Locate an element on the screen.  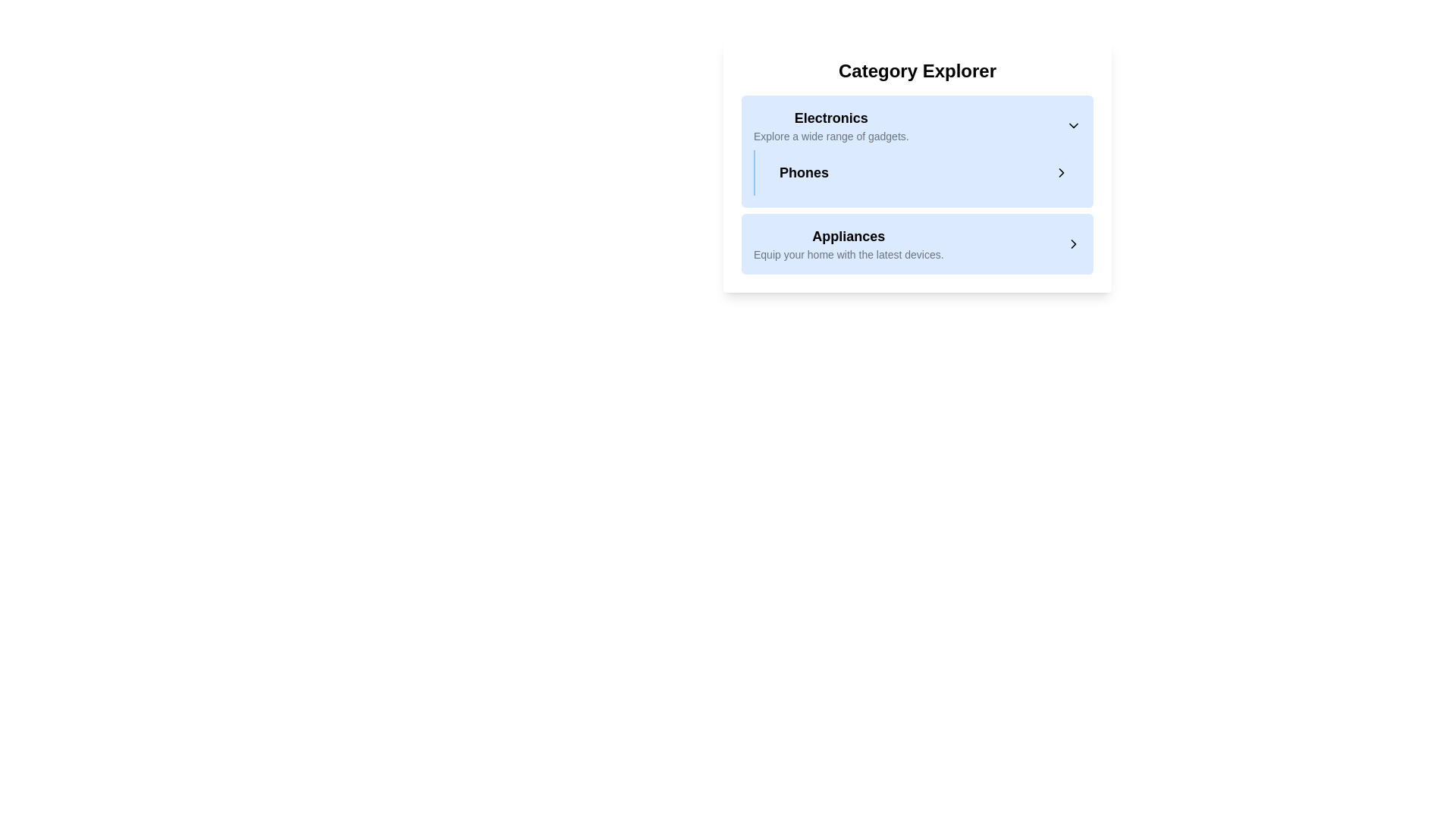
the rightward-pointing chevron icon located at the far right of the 'Appliances' section in the 'Category Explorer' interface to potentially trigger highlighting or tooltip display is located at coordinates (1073, 243).